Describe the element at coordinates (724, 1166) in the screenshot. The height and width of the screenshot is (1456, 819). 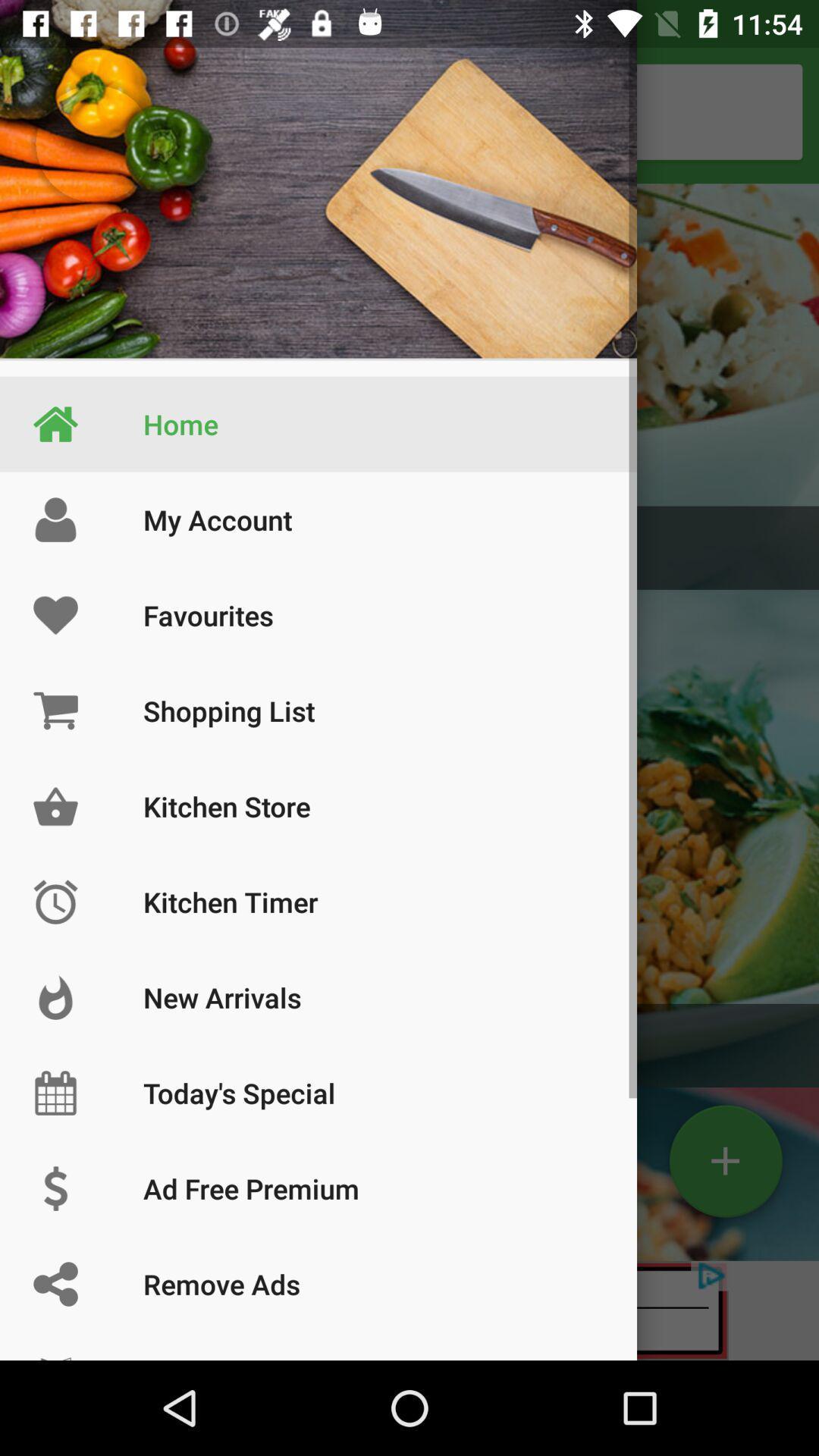
I see `the add icon` at that location.